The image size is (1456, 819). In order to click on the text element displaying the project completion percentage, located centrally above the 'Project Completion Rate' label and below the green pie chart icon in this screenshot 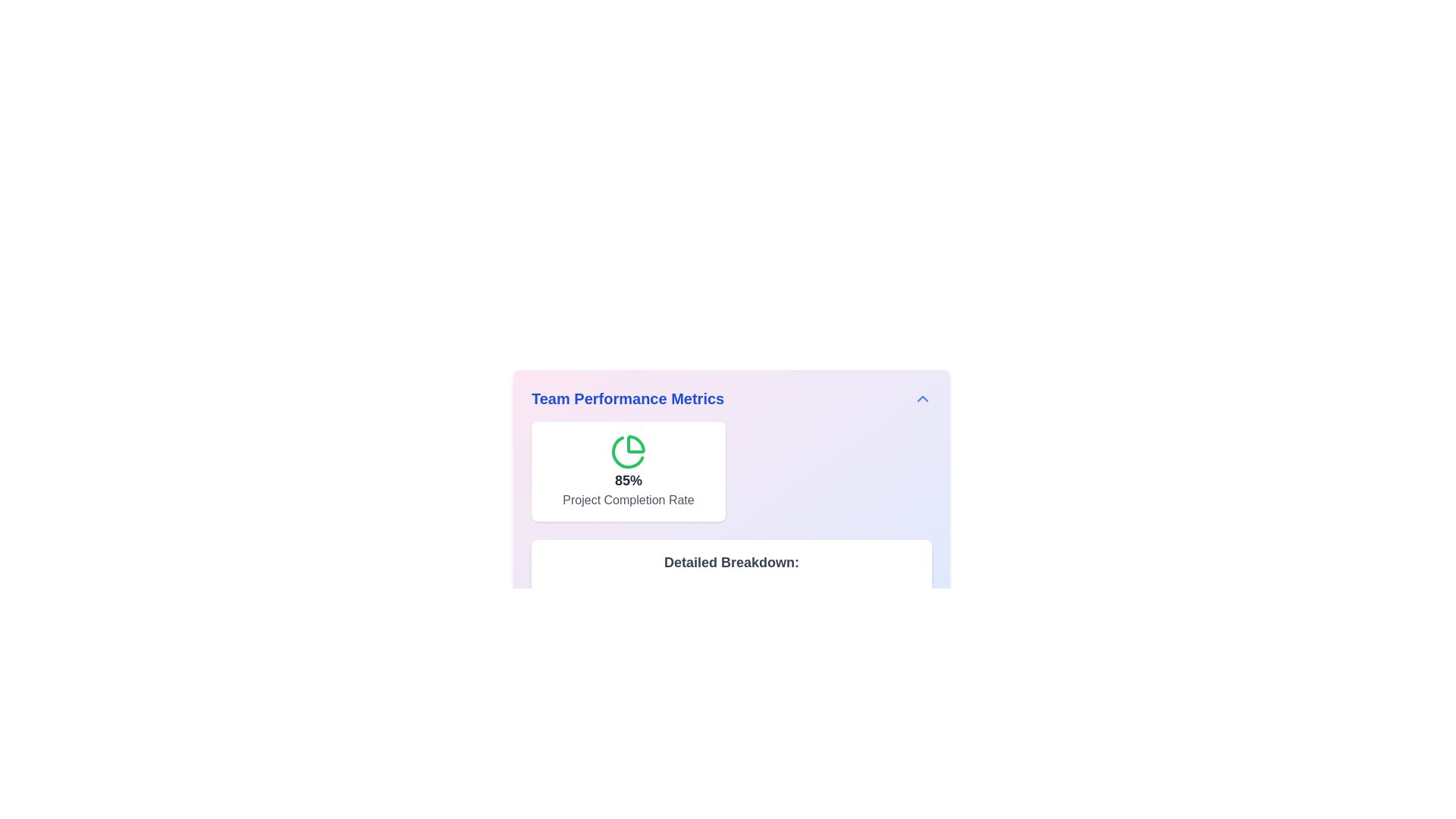, I will do `click(629, 480)`.